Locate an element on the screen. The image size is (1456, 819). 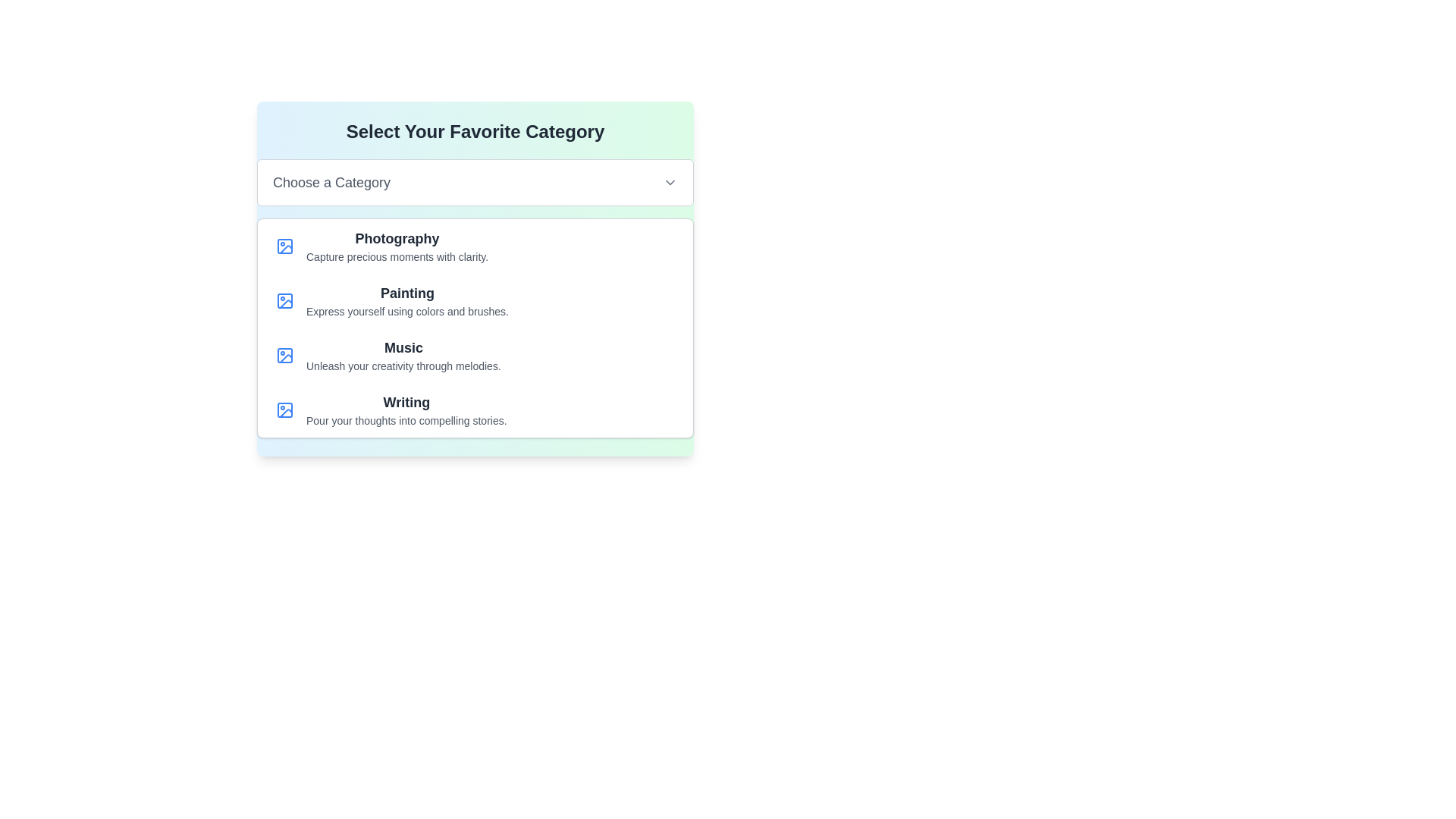
the downward-facing chevron icon in the dropdown menu is located at coordinates (669, 181).